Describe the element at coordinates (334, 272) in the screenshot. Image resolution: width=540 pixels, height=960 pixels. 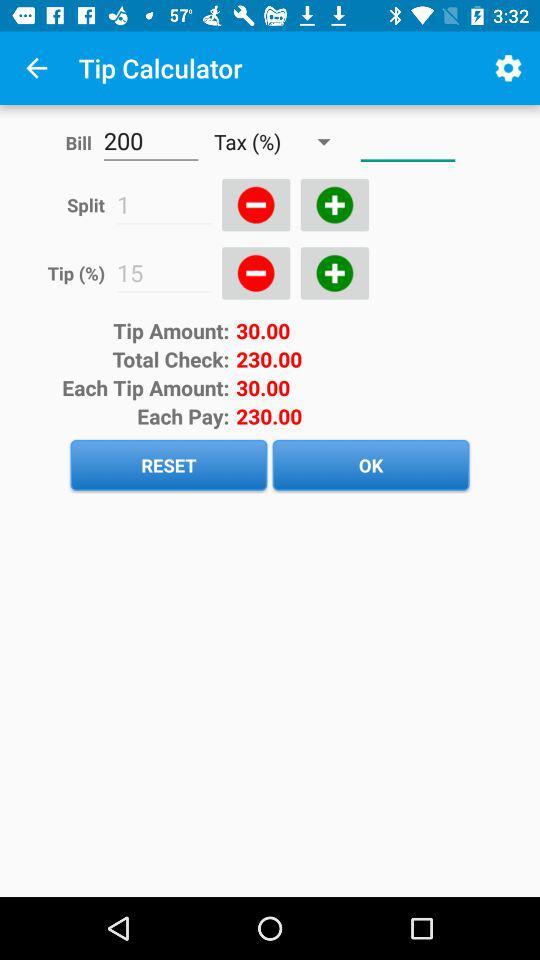
I see `increase tip` at that location.